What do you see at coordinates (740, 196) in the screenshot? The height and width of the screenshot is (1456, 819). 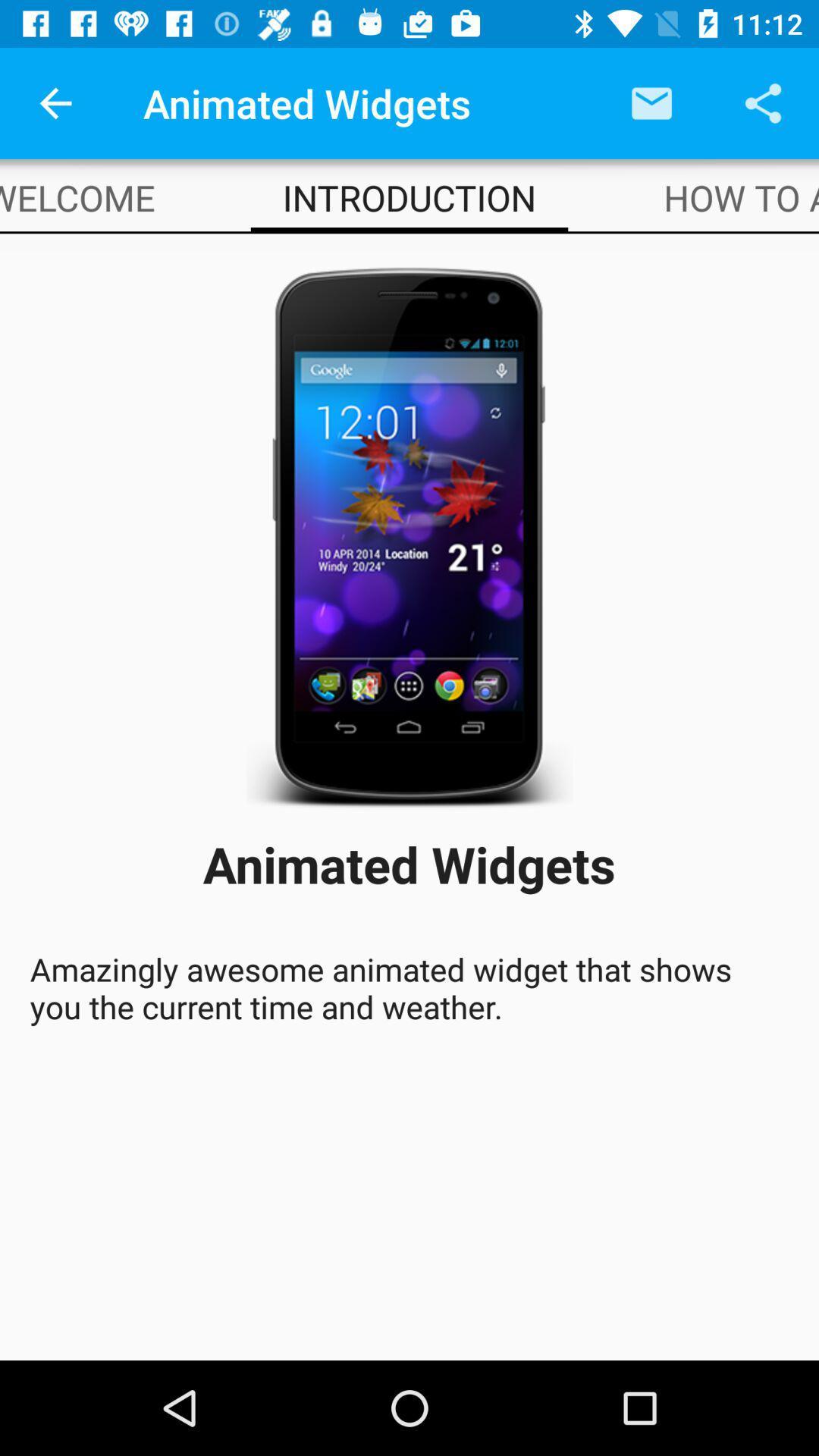 I see `item above amazingly awesome animated` at bounding box center [740, 196].